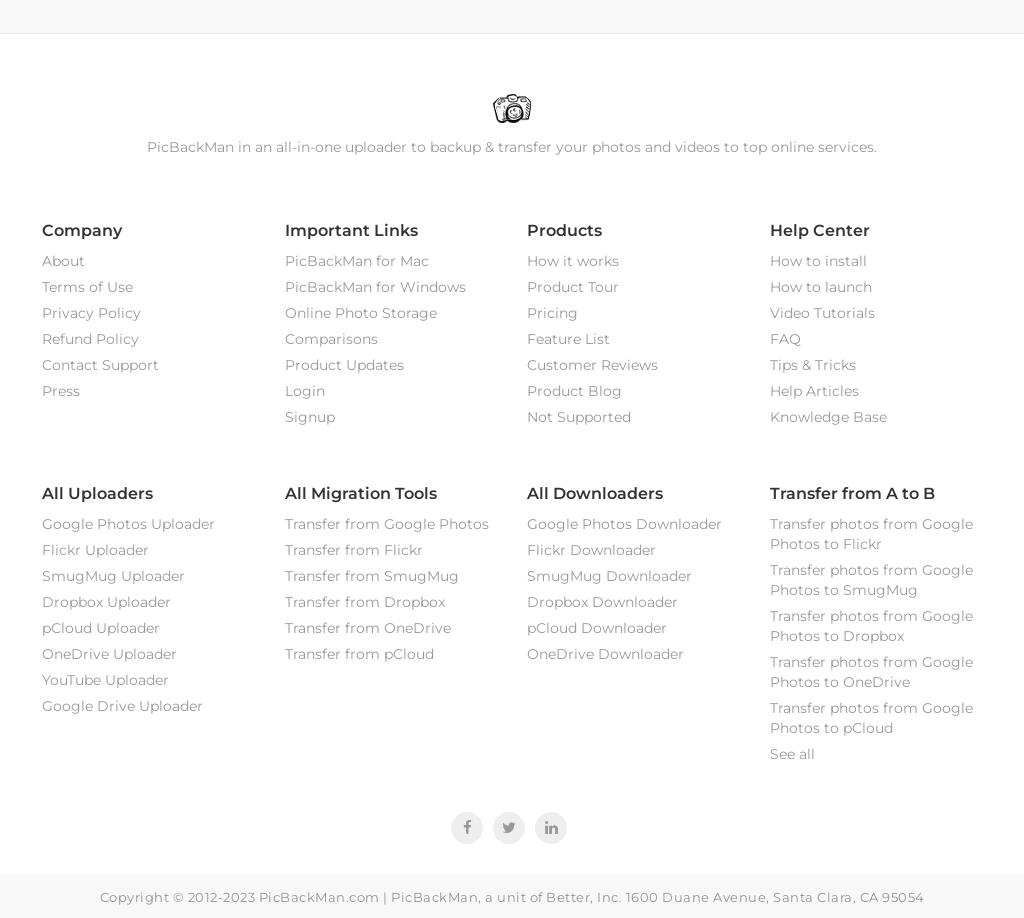 This screenshot has height=918, width=1024. What do you see at coordinates (113, 574) in the screenshot?
I see `'SmugMug Uploader'` at bounding box center [113, 574].